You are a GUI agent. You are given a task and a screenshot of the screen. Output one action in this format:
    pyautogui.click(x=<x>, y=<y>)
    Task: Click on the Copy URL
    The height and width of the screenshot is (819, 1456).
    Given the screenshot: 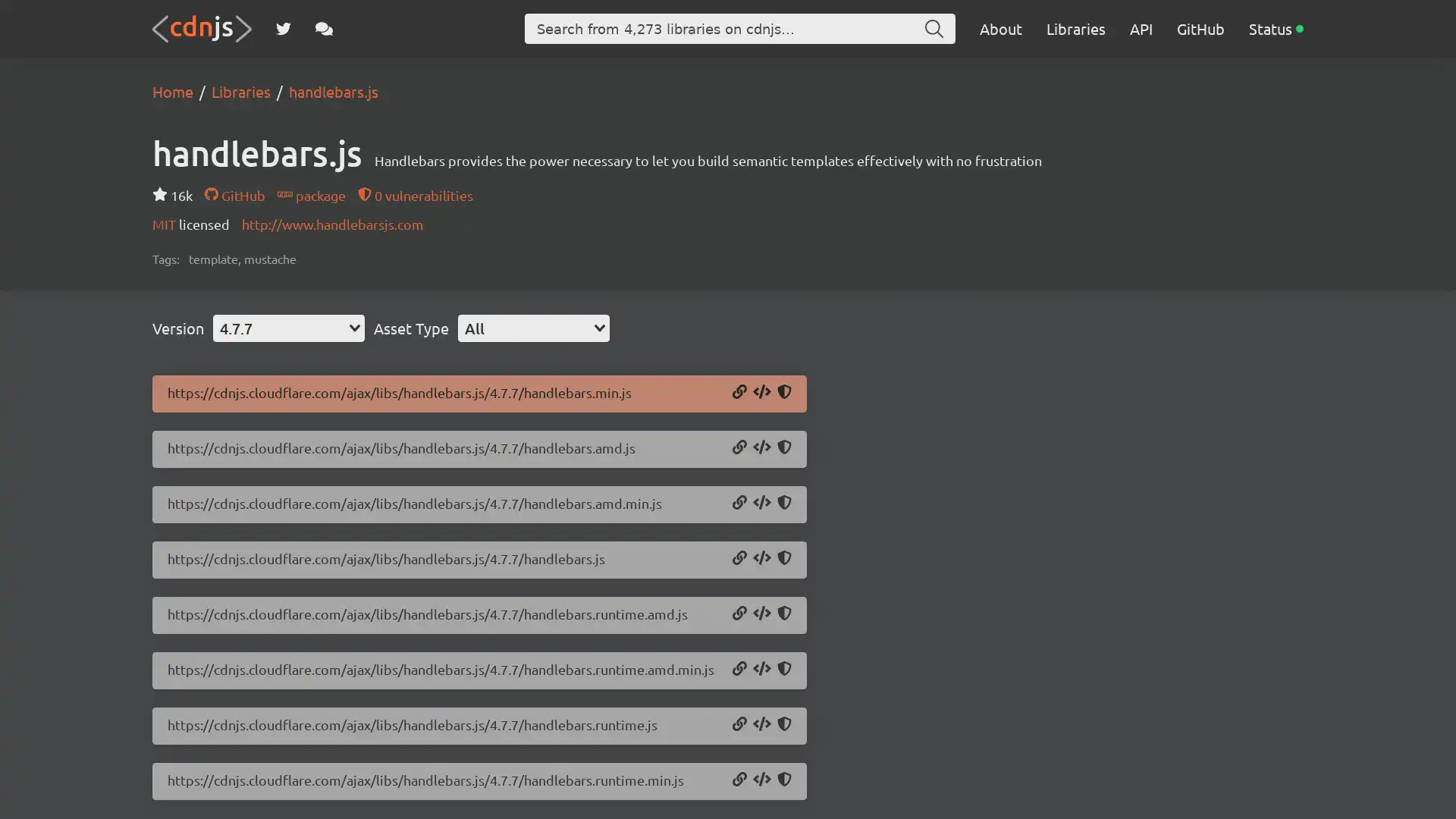 What is the action you would take?
    pyautogui.click(x=739, y=504)
    